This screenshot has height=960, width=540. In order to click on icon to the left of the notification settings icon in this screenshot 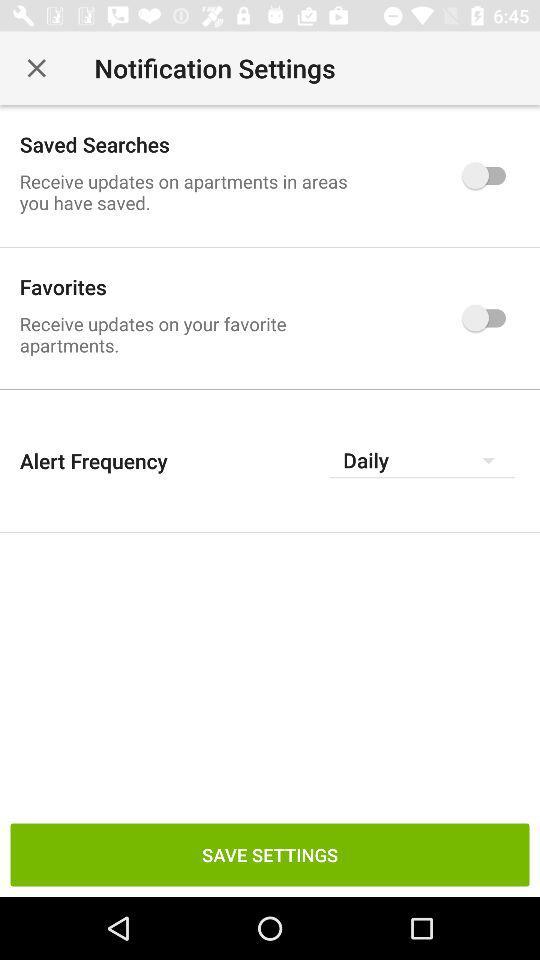, I will do `click(36, 68)`.